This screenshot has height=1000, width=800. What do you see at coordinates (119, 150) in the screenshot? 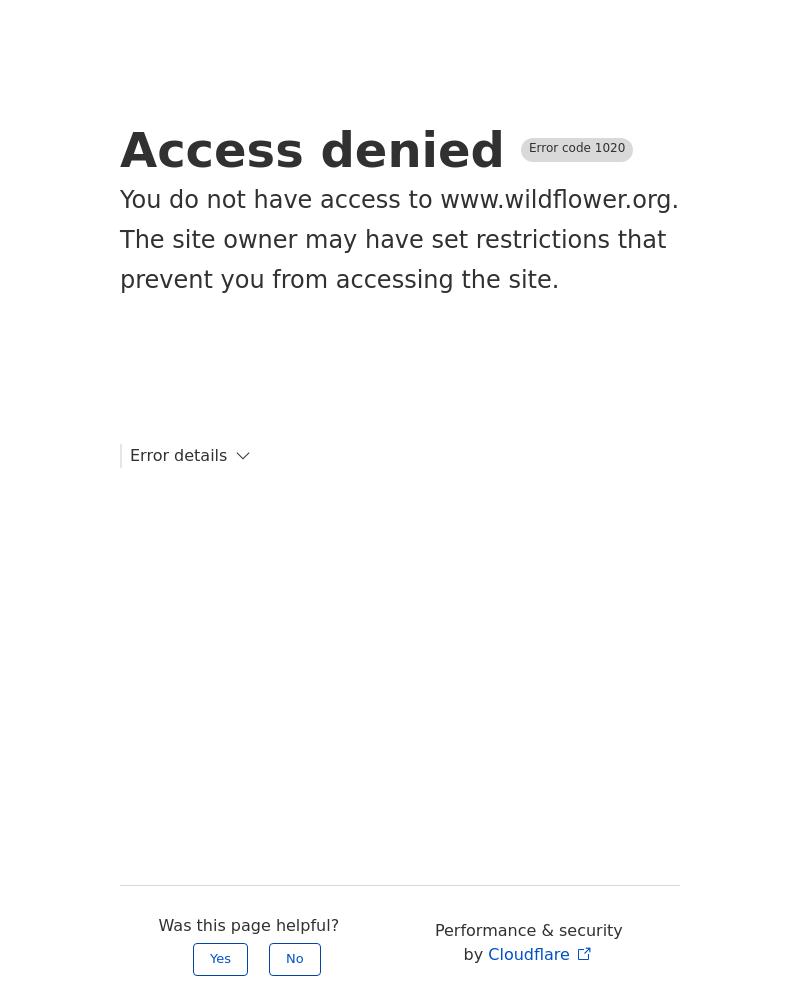
I see `'Access denied'` at bounding box center [119, 150].